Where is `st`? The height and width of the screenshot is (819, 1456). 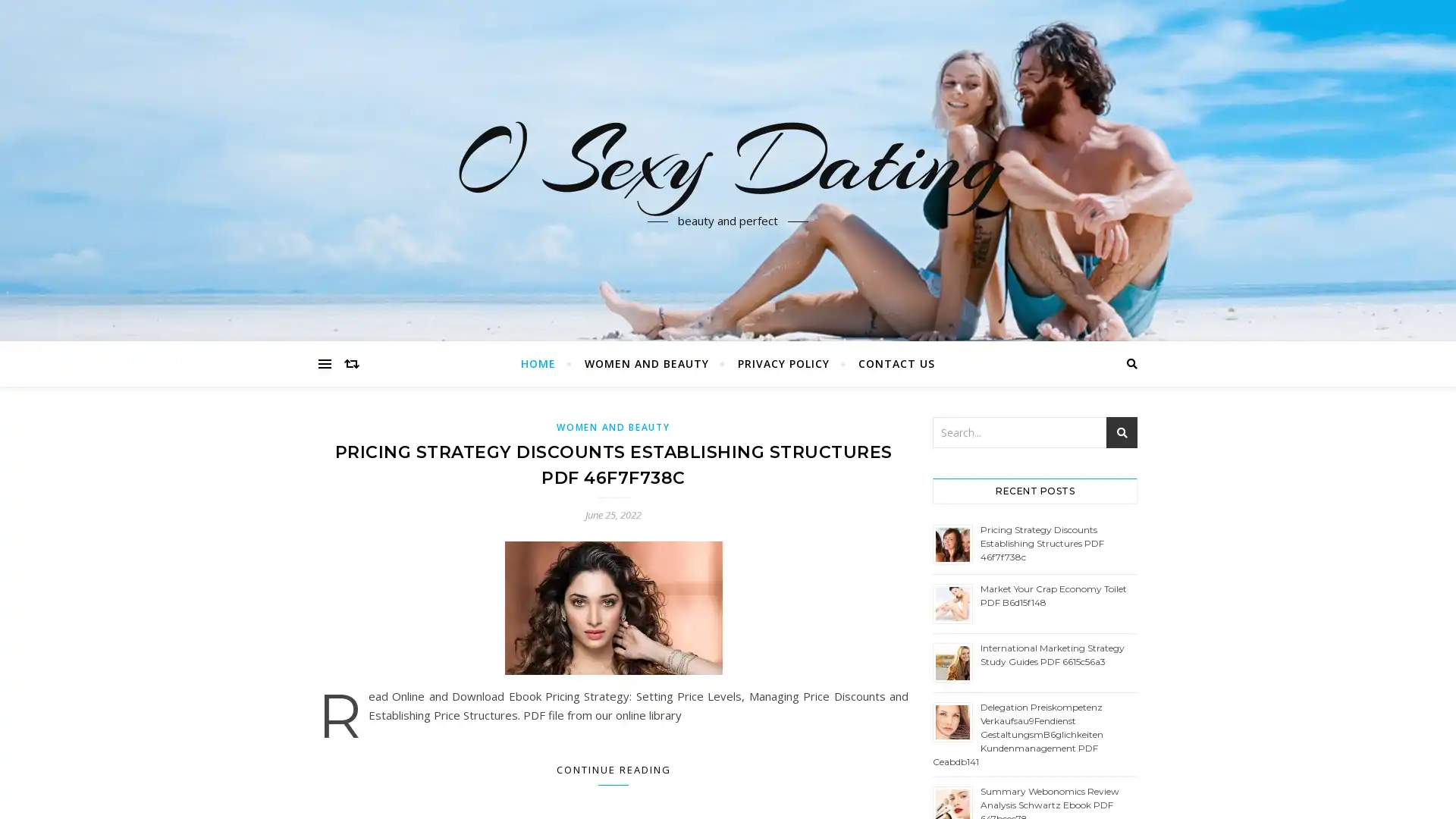
st is located at coordinates (1122, 432).